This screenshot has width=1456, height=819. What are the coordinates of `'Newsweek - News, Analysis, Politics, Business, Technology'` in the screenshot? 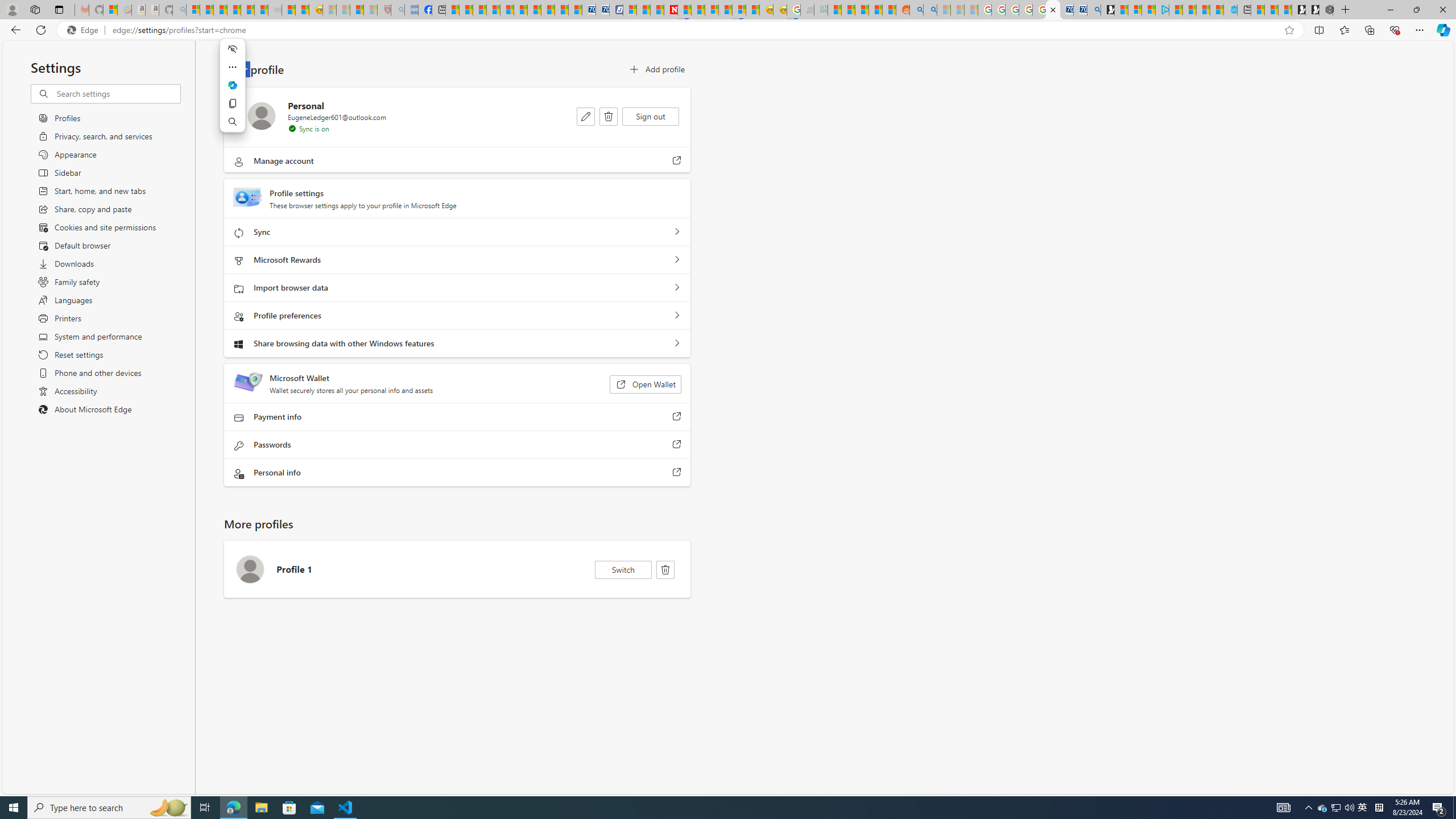 It's located at (671, 9).